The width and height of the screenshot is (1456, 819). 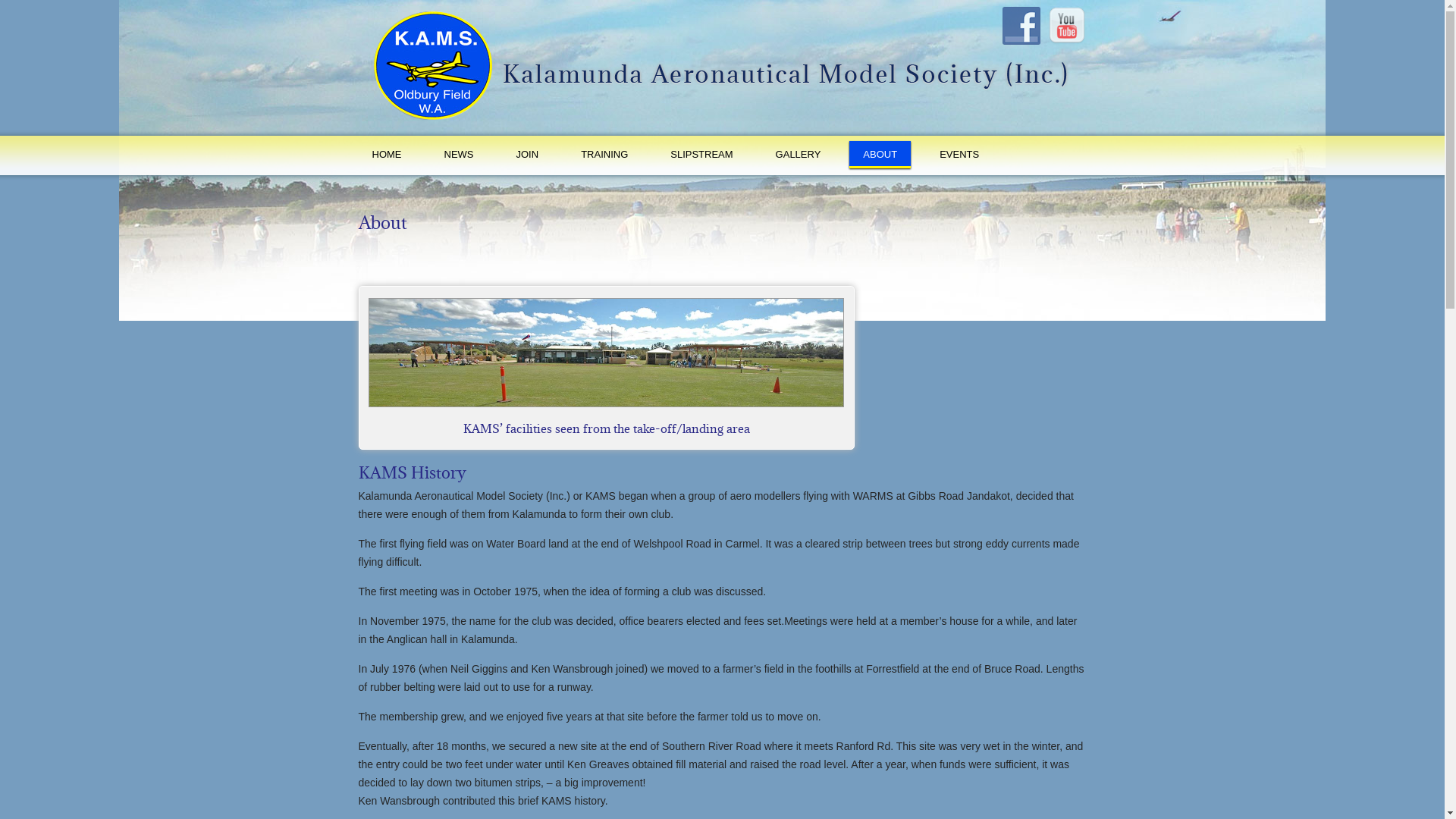 What do you see at coordinates (386, 155) in the screenshot?
I see `'HOME'` at bounding box center [386, 155].